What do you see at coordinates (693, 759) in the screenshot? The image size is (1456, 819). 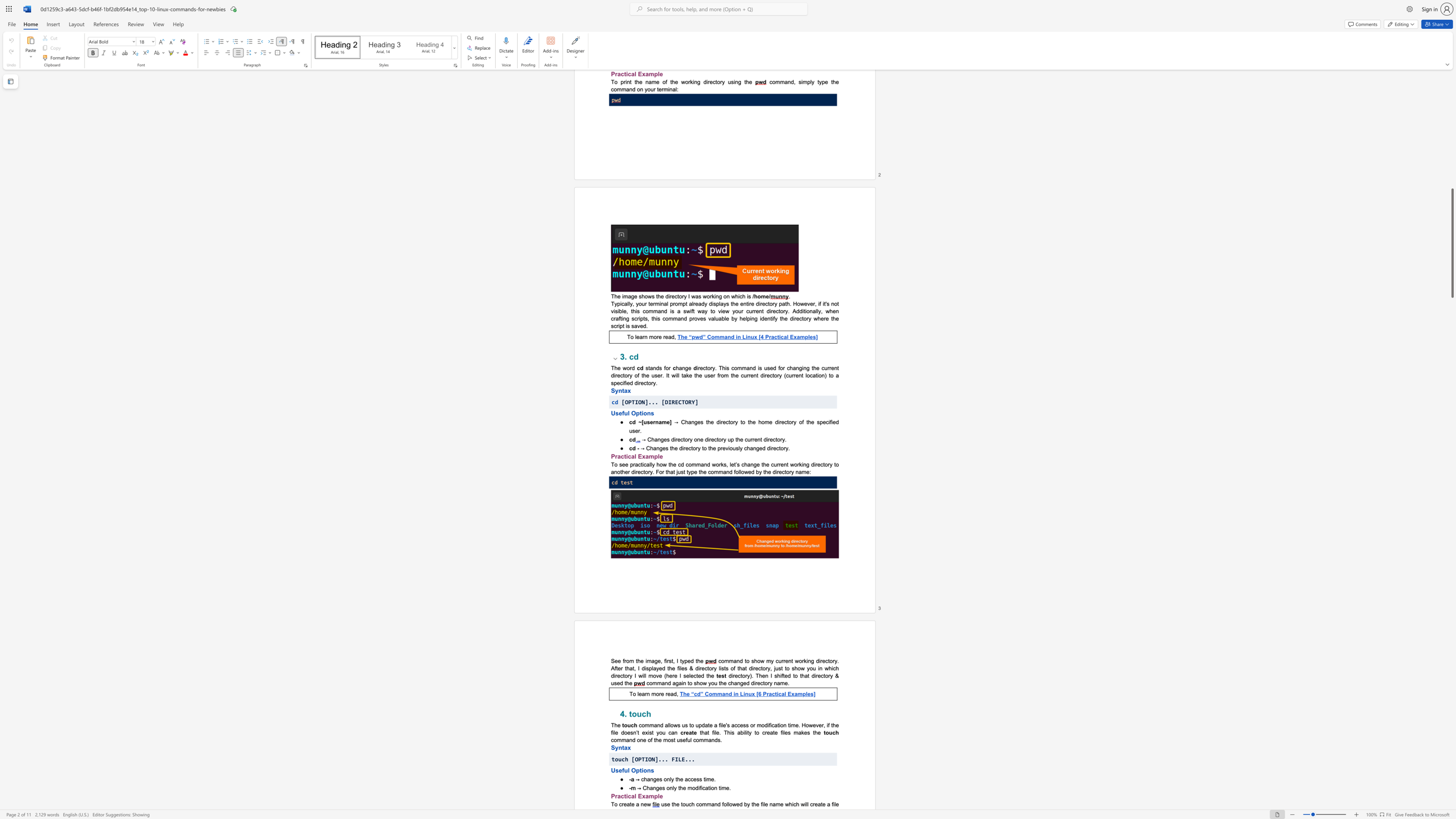 I see `the 6th character "." in the text` at bounding box center [693, 759].